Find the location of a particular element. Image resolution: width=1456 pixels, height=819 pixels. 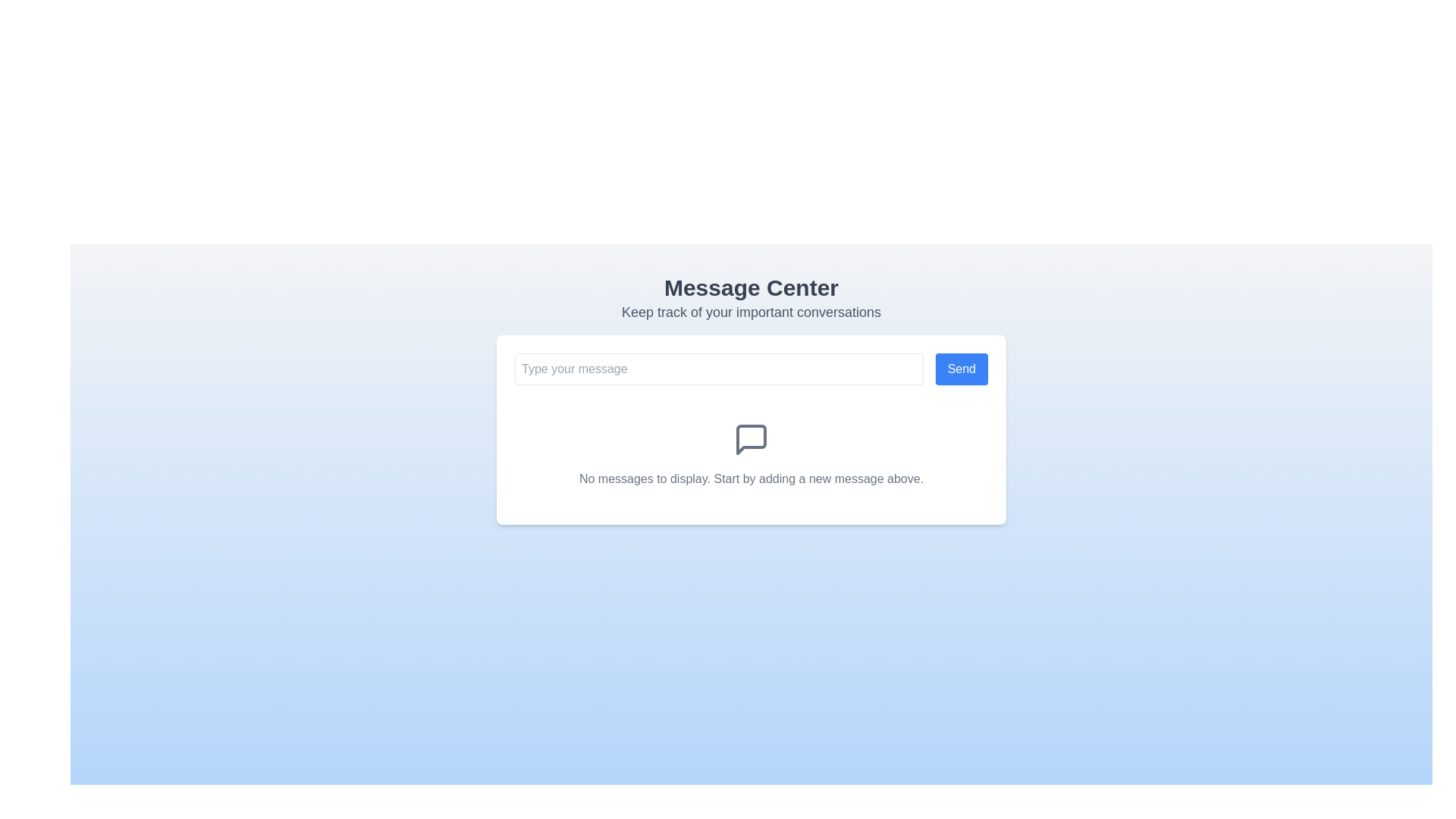

the speech bubble icon, which is a rounded square with a pointed tail, located at the center of the message section below the 'Type your message' field is located at coordinates (751, 439).